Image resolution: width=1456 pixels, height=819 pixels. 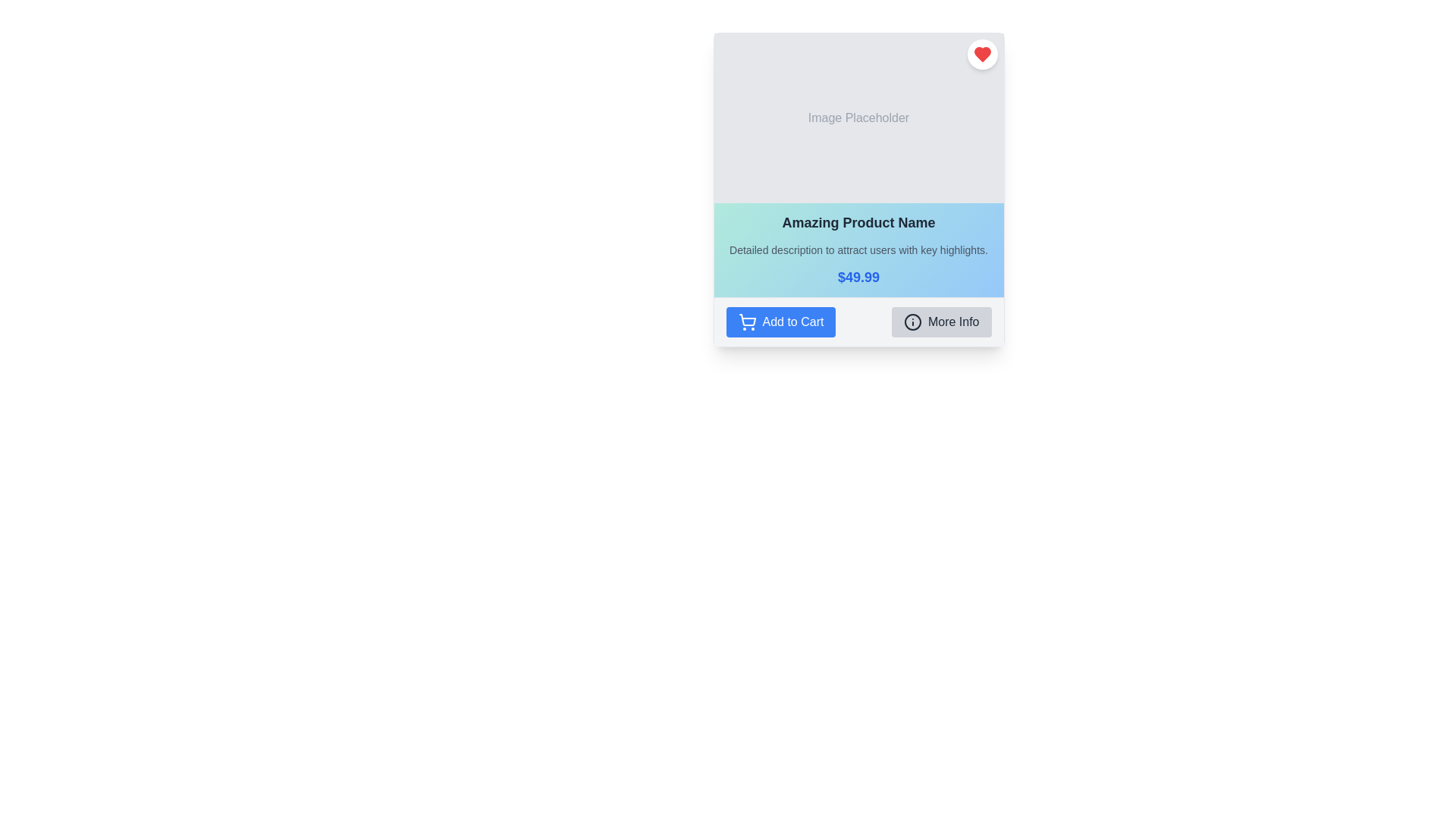 I want to click on the heart icon in the top-right corner of the card to mark the associated item as a favorite, so click(x=982, y=54).